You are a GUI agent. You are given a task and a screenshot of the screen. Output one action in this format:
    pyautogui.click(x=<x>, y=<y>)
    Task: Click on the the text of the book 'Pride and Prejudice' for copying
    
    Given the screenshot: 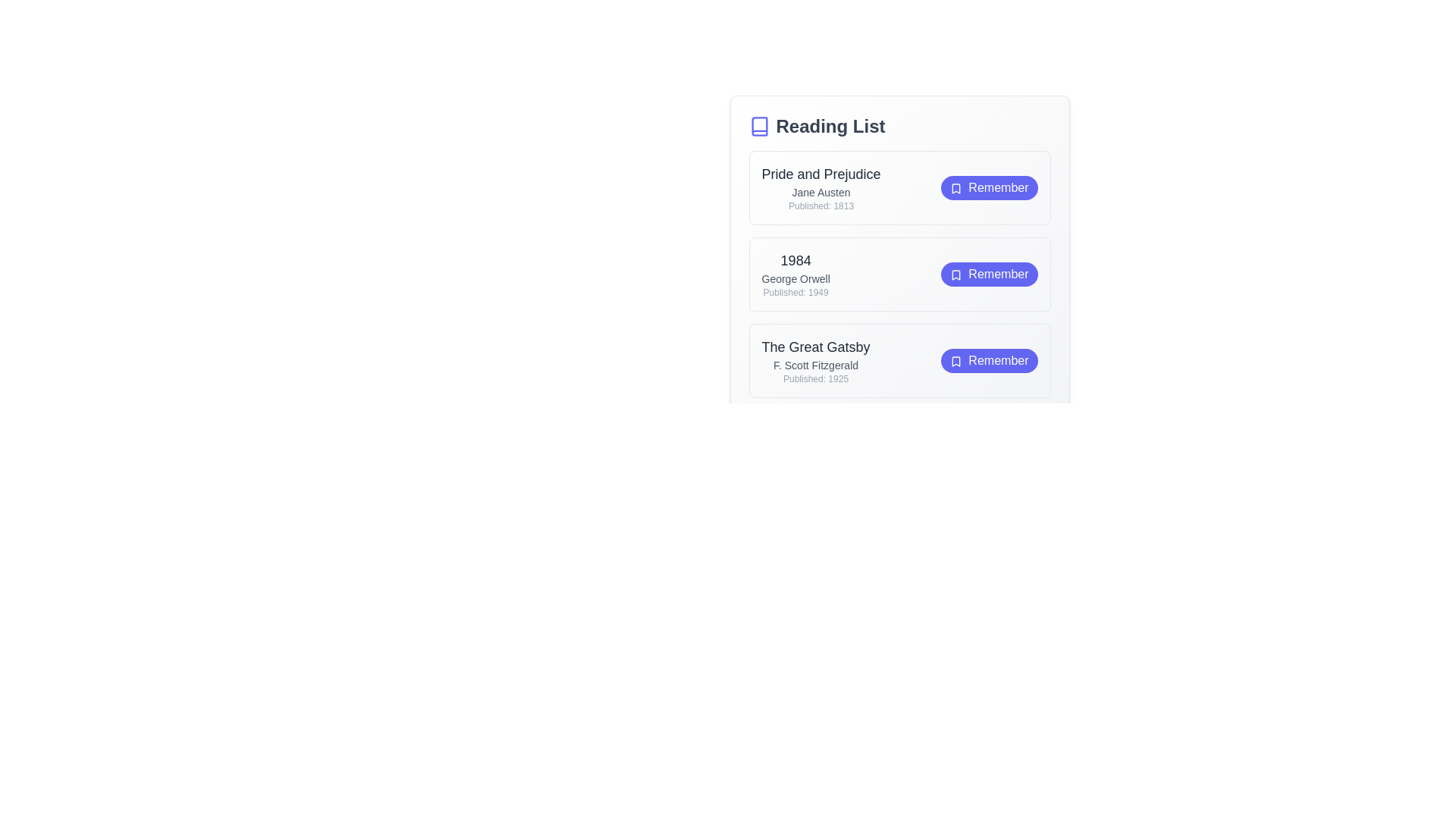 What is the action you would take?
    pyautogui.click(x=761, y=164)
    